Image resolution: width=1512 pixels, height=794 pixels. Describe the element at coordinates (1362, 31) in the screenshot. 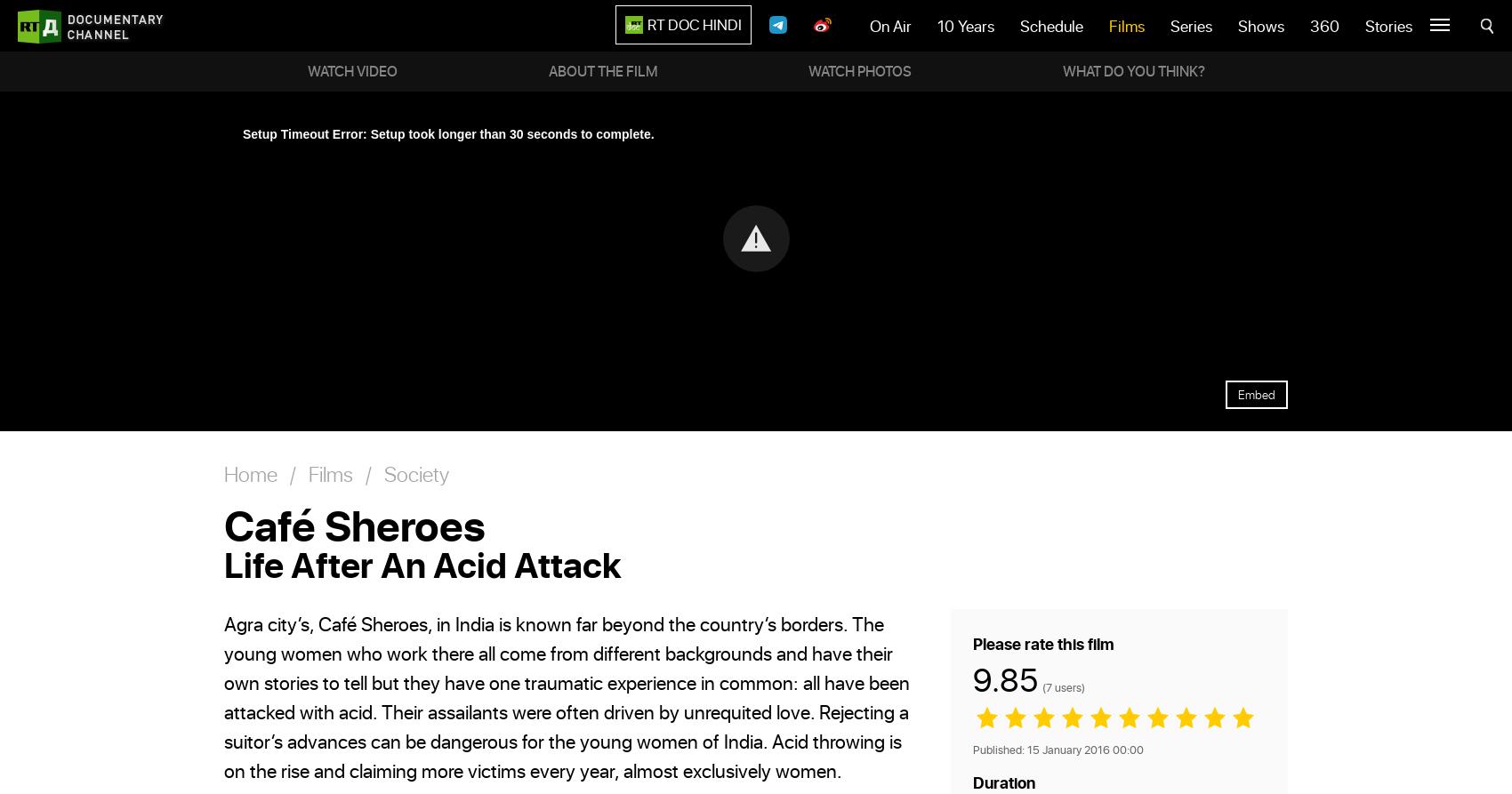

I see `'Quizzes'` at that location.